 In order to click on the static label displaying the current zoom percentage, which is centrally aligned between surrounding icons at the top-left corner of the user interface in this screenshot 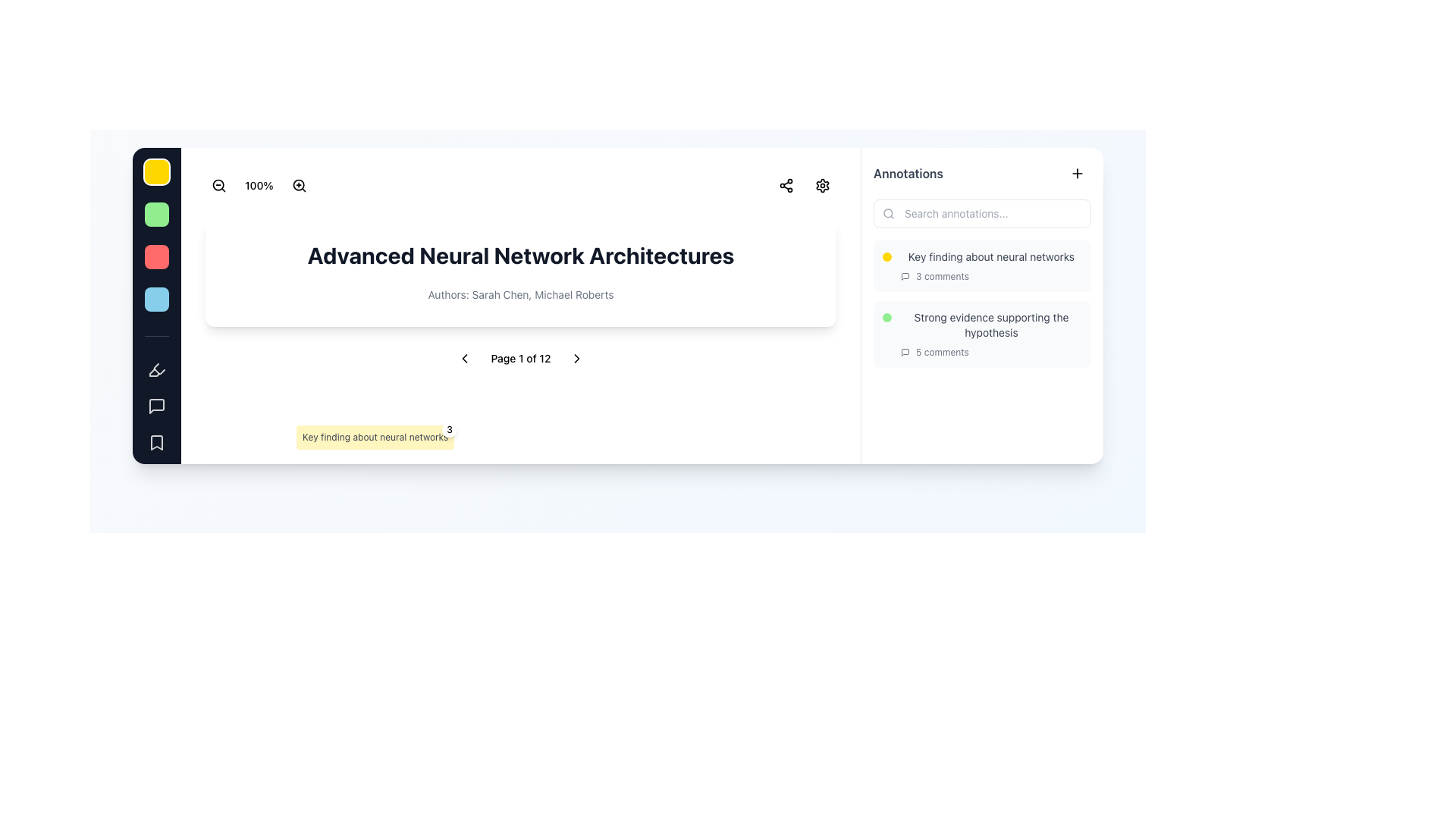, I will do `click(259, 185)`.